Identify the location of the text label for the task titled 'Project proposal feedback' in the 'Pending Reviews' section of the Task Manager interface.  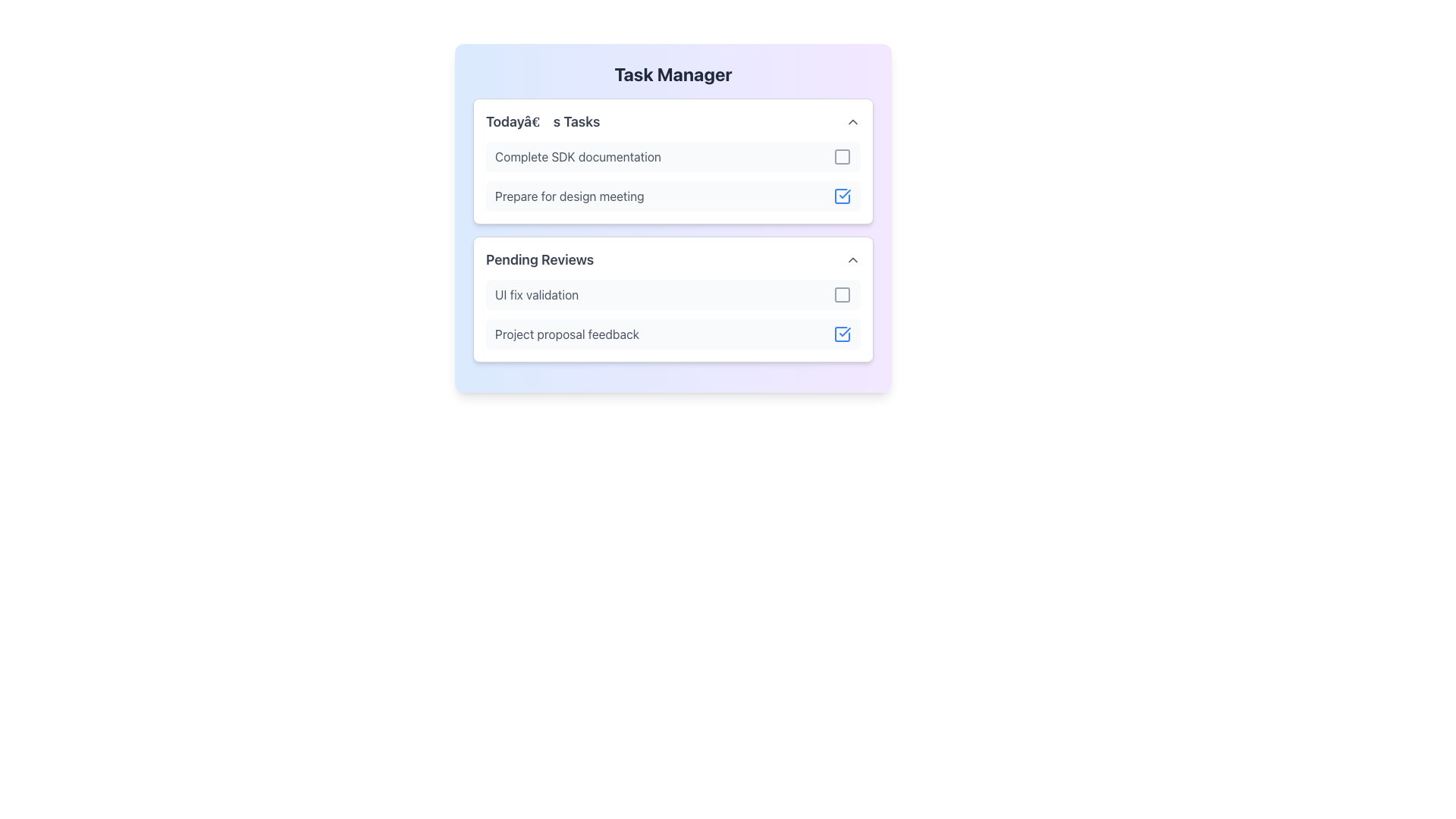
(566, 333).